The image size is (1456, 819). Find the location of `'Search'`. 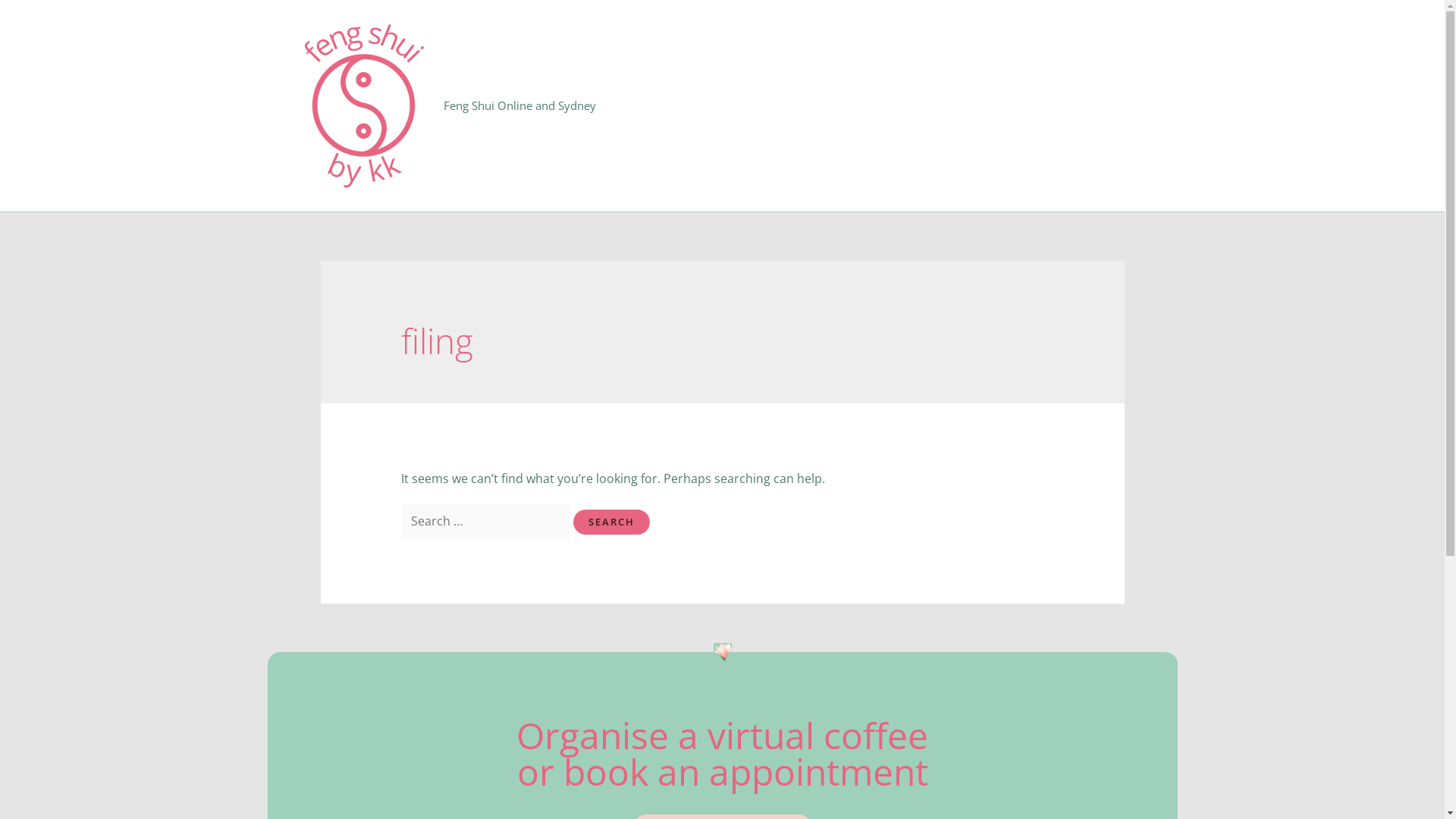

'Search' is located at coordinates (611, 521).